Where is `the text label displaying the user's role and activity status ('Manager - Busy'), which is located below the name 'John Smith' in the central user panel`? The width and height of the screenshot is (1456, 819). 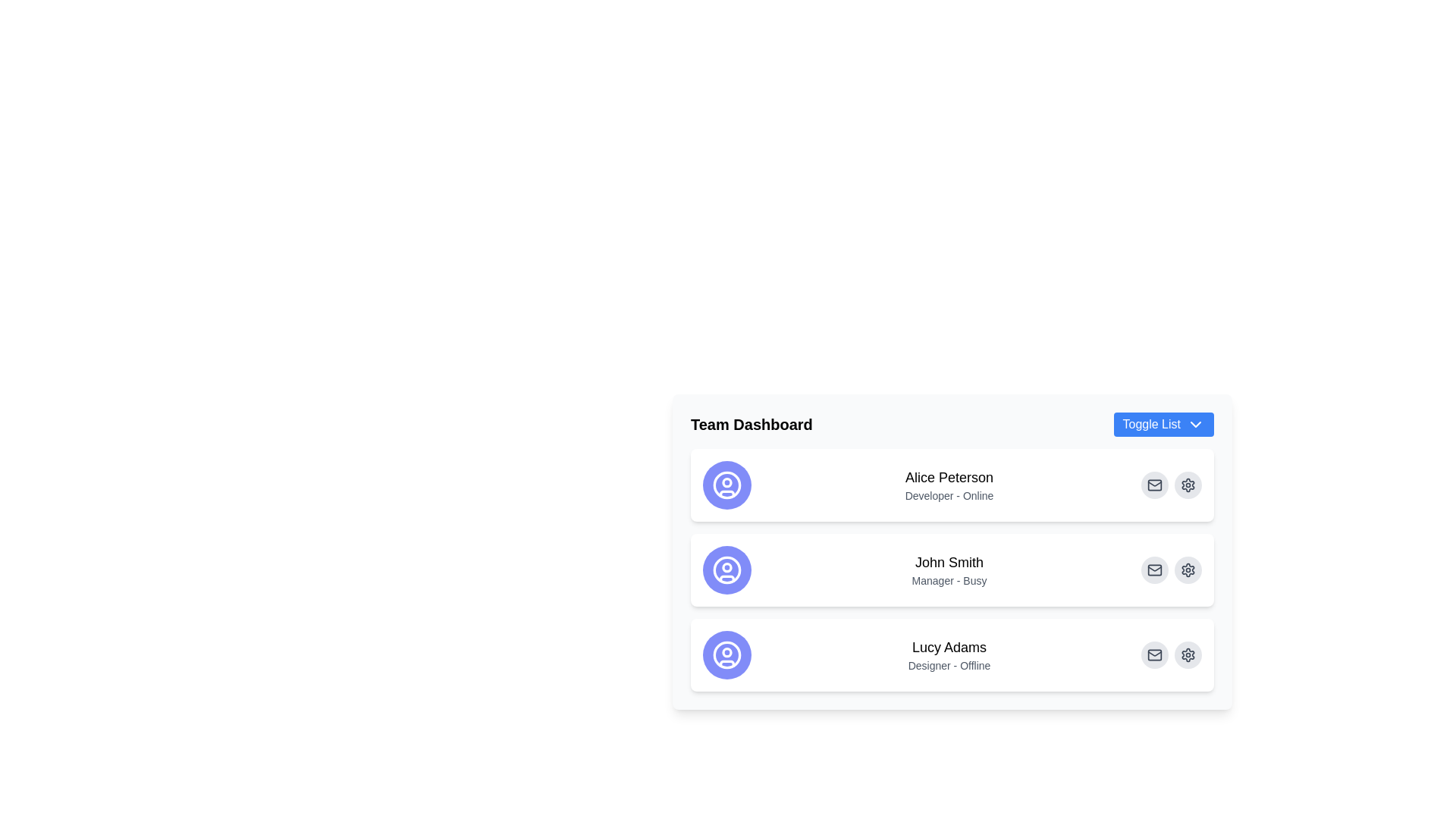 the text label displaying the user's role and activity status ('Manager - Busy'), which is located below the name 'John Smith' in the central user panel is located at coordinates (949, 580).